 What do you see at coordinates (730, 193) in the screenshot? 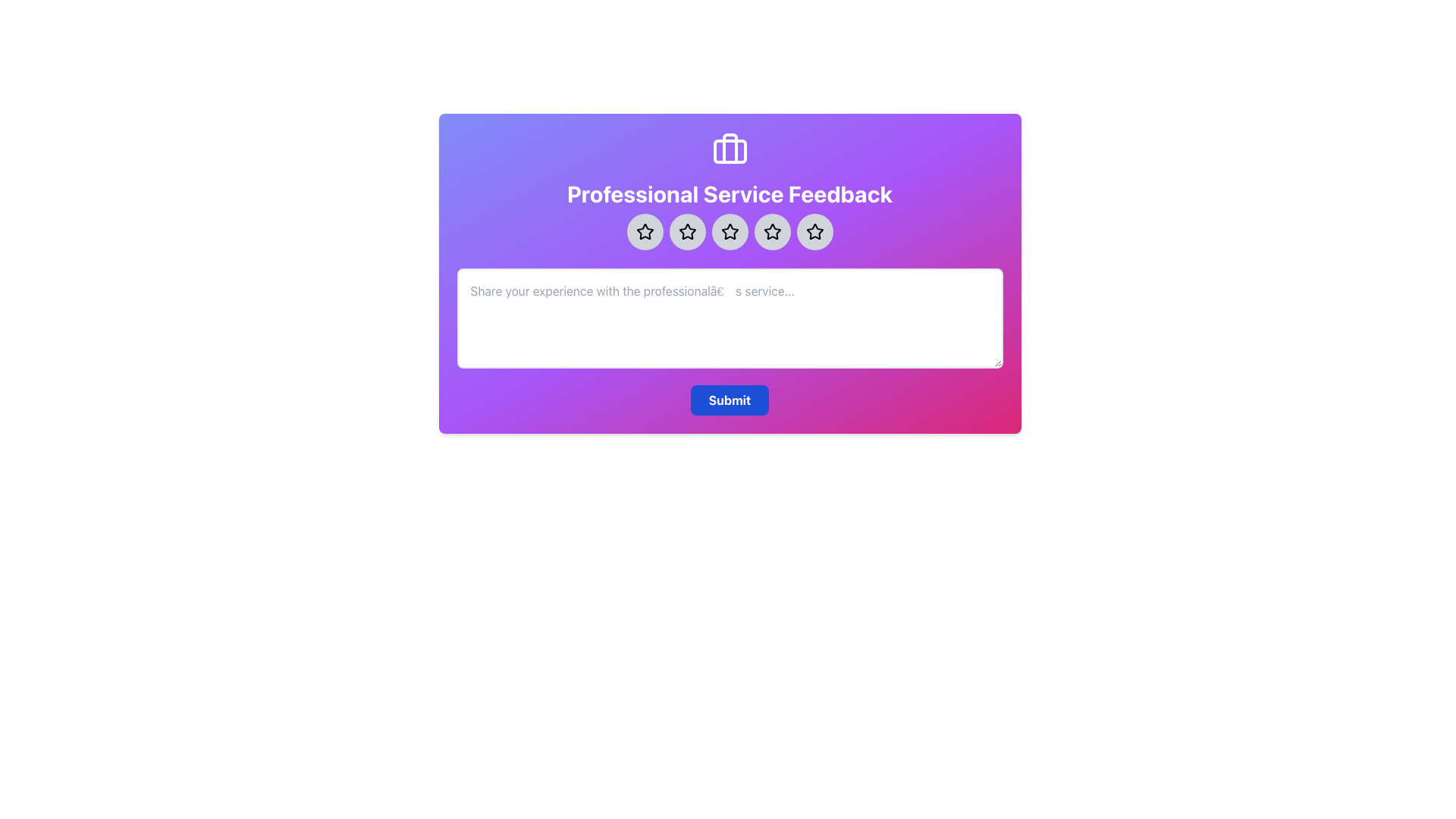
I see `the Text Header that introduces the 'Professional Service Feedback' section, positioned centrally at the top of the interface, between a briefcase icon and a row of rating stars` at bounding box center [730, 193].